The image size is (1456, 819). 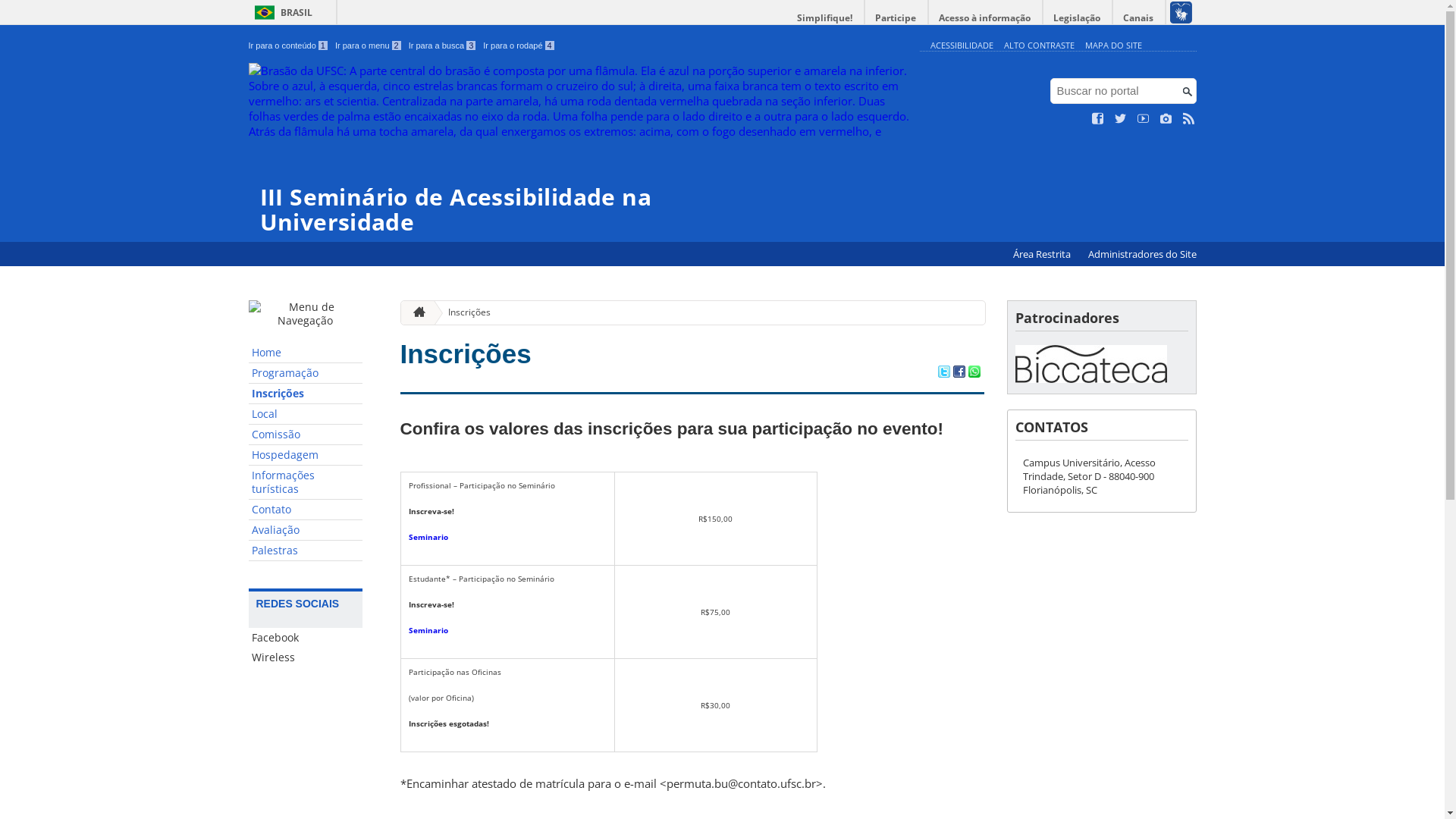 What do you see at coordinates (1165, 118) in the screenshot?
I see `'Veja no Instagram'` at bounding box center [1165, 118].